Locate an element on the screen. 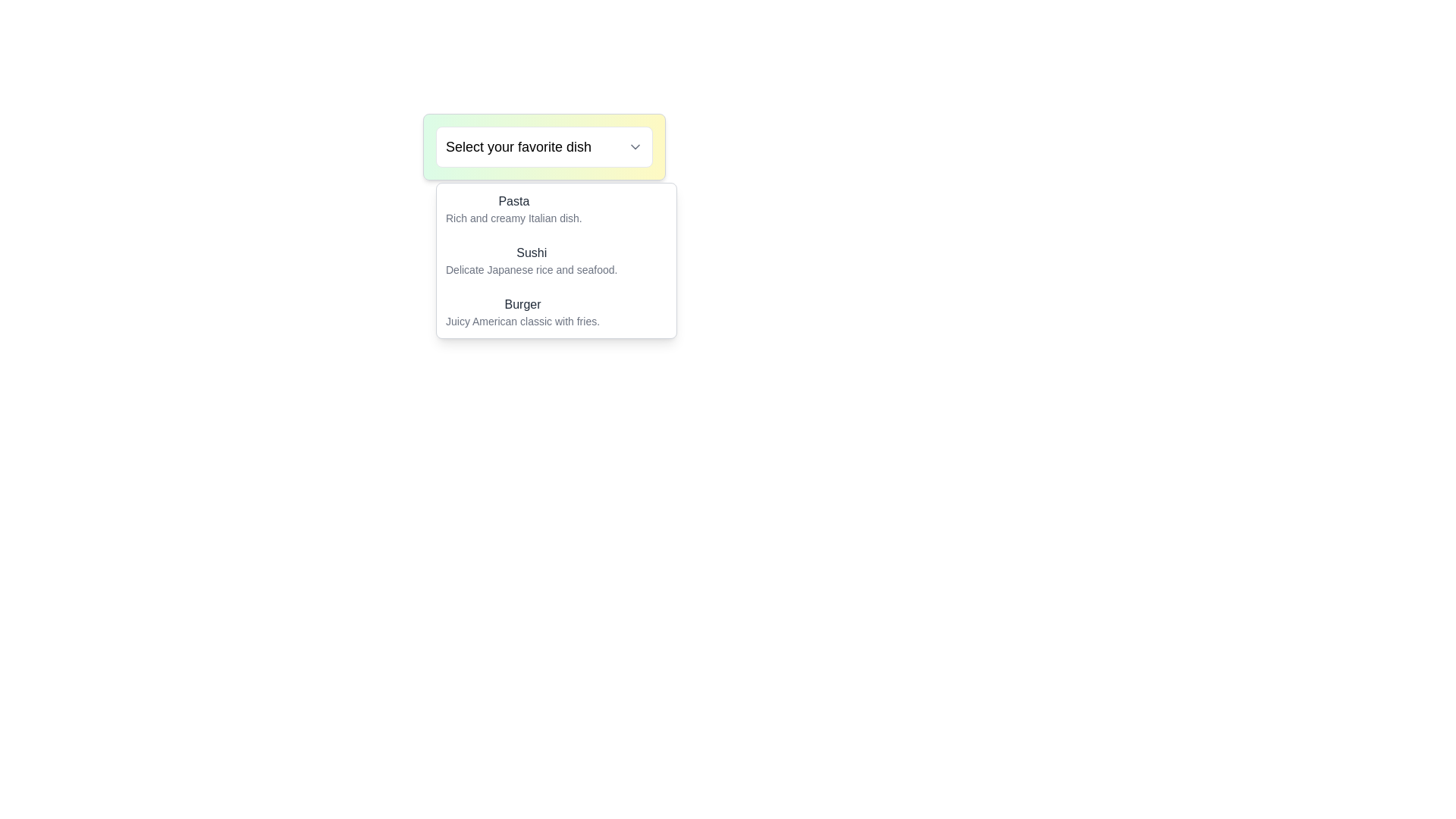 The width and height of the screenshot is (1456, 819). the 'Burger' text label in the dropdown menu is located at coordinates (522, 304).